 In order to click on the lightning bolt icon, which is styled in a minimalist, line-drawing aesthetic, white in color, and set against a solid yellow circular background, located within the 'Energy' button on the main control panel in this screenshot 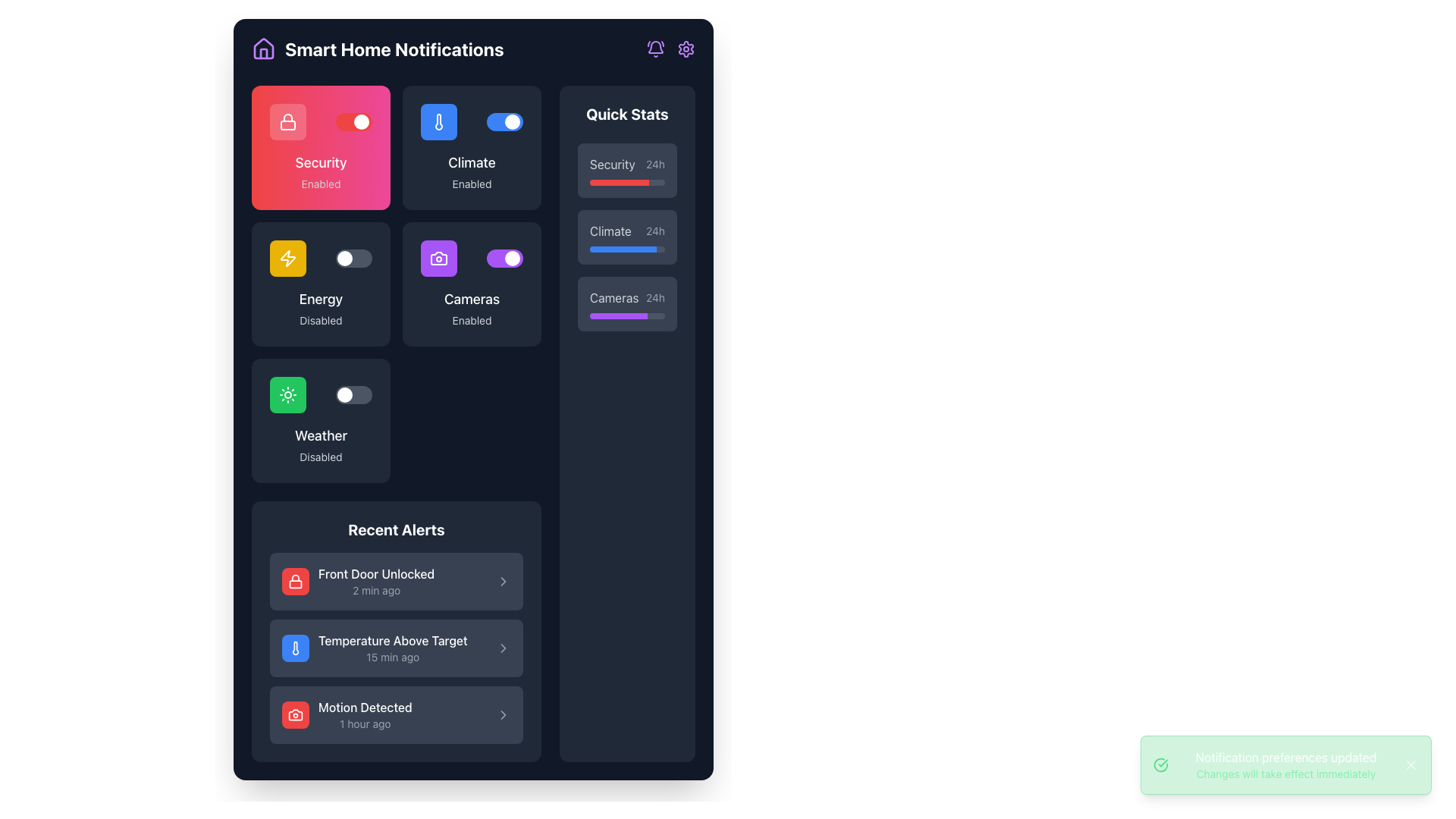, I will do `click(287, 257)`.